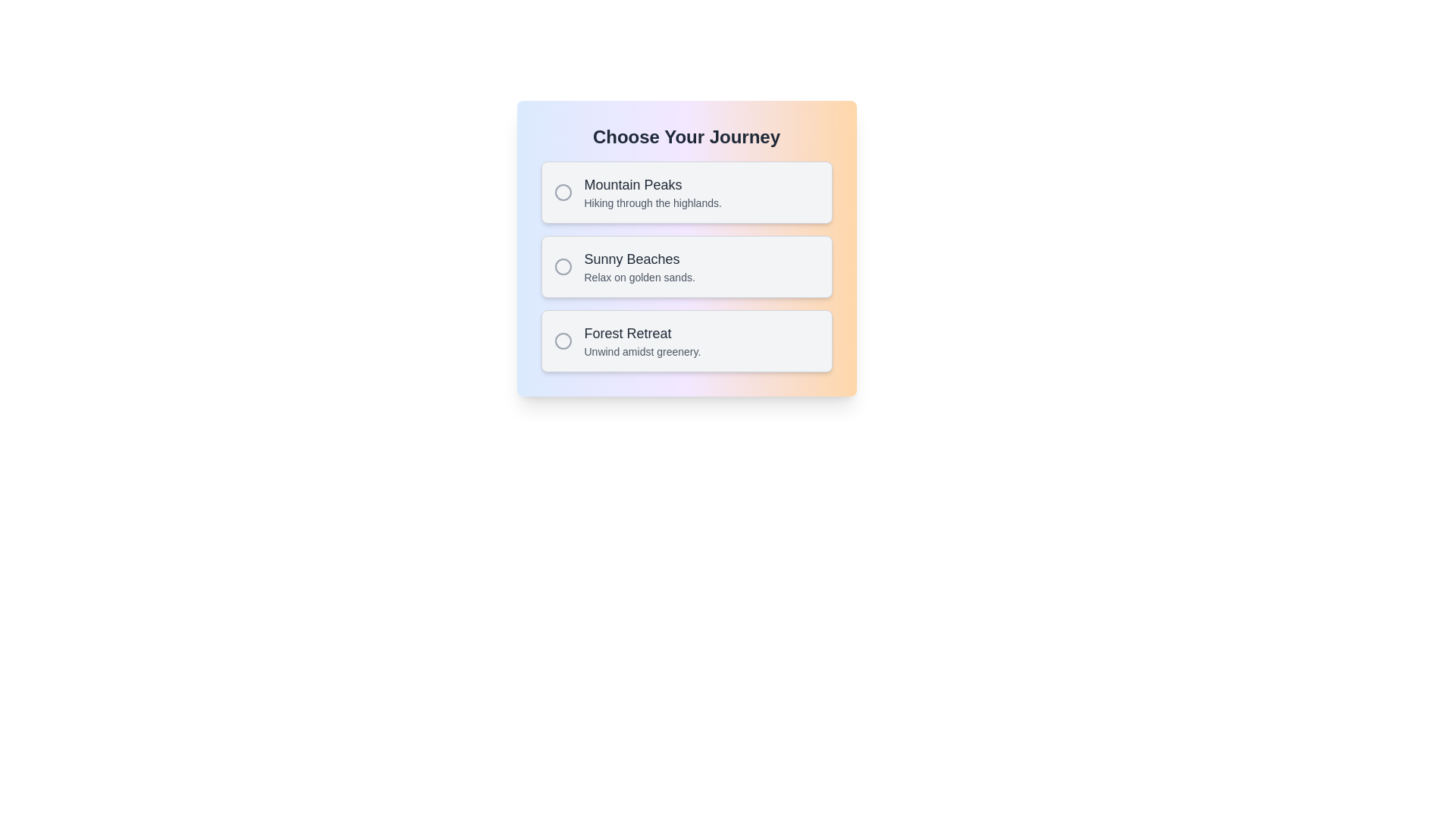 This screenshot has width=1456, height=819. Describe the element at coordinates (562, 265) in the screenshot. I see `the radio button indicator for selecting the 'Sunny Beaches' option, which is the first icon on the left within the second option card` at that location.